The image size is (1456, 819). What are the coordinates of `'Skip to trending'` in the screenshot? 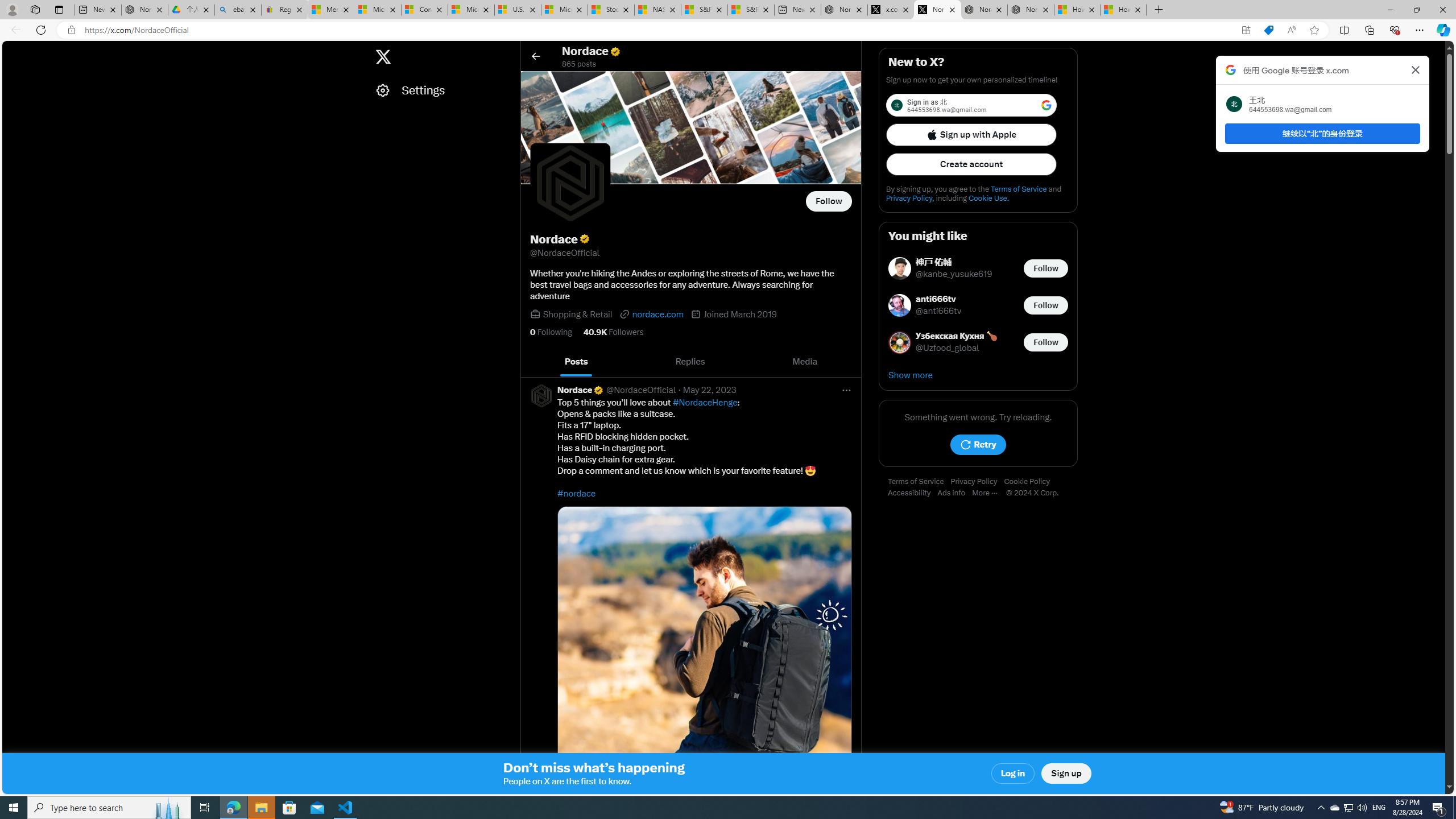 It's located at (13, 51).